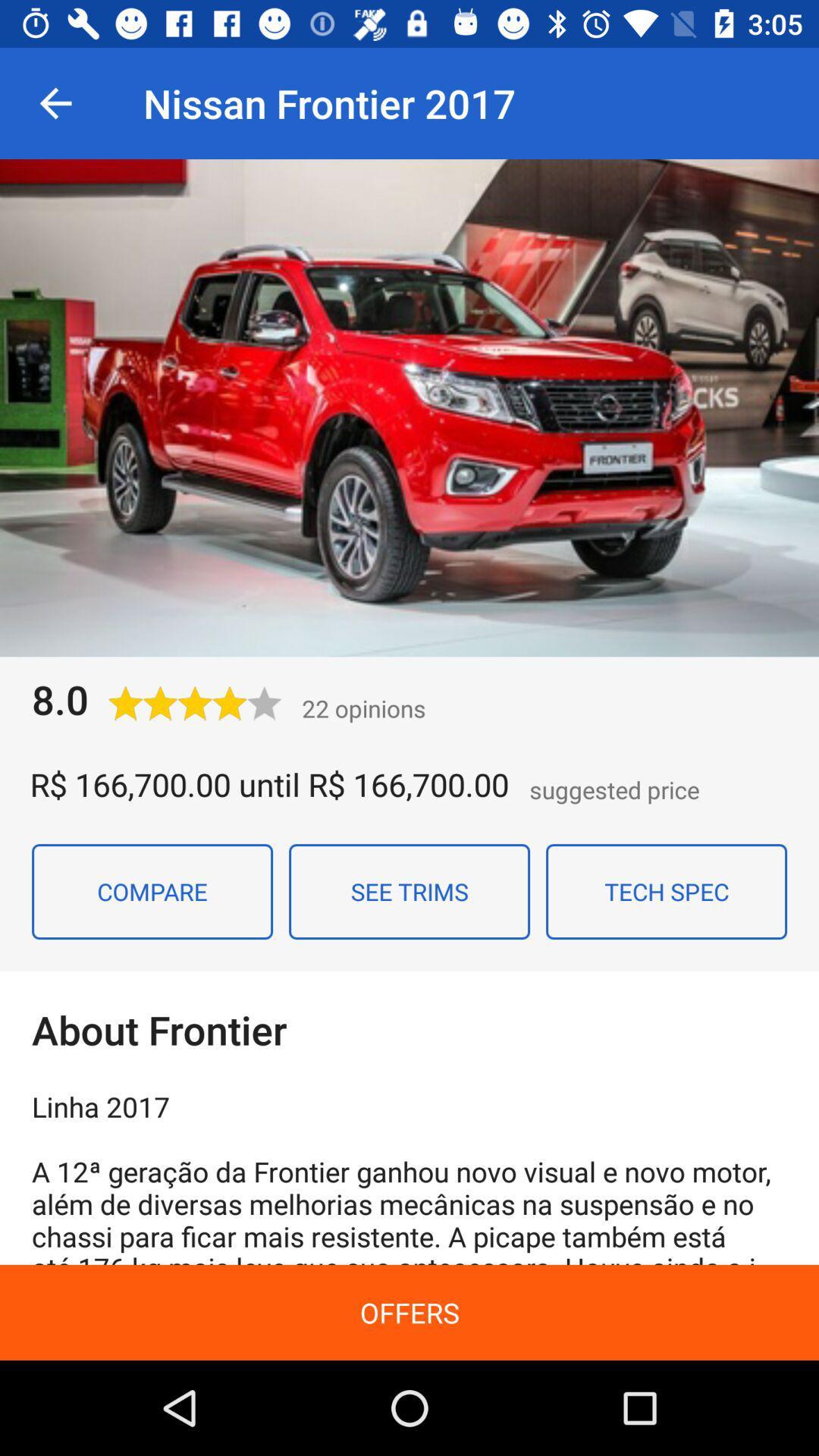 The width and height of the screenshot is (819, 1456). I want to click on see trims item, so click(409, 892).